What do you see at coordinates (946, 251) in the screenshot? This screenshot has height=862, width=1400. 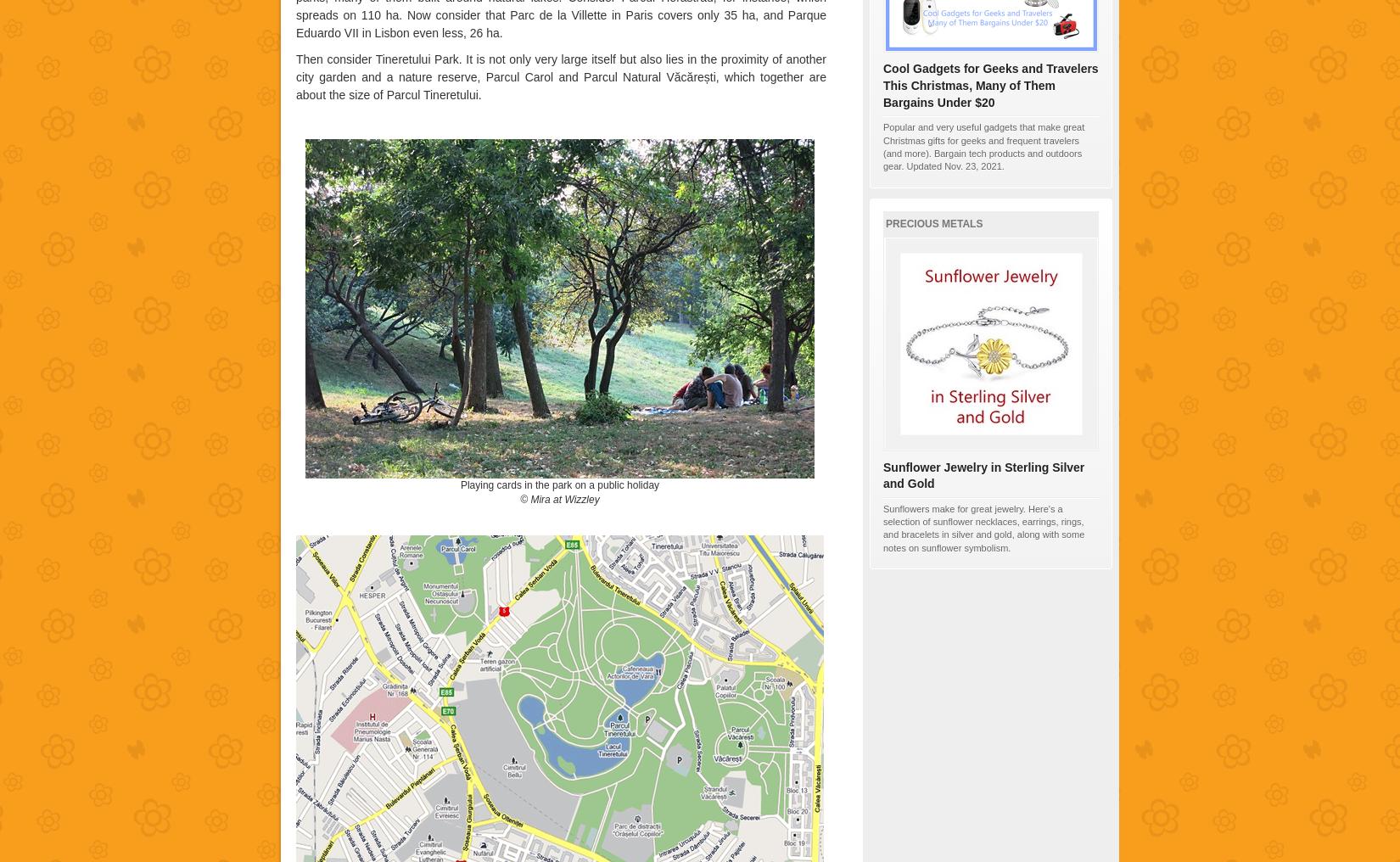 I see `'15'` at bounding box center [946, 251].